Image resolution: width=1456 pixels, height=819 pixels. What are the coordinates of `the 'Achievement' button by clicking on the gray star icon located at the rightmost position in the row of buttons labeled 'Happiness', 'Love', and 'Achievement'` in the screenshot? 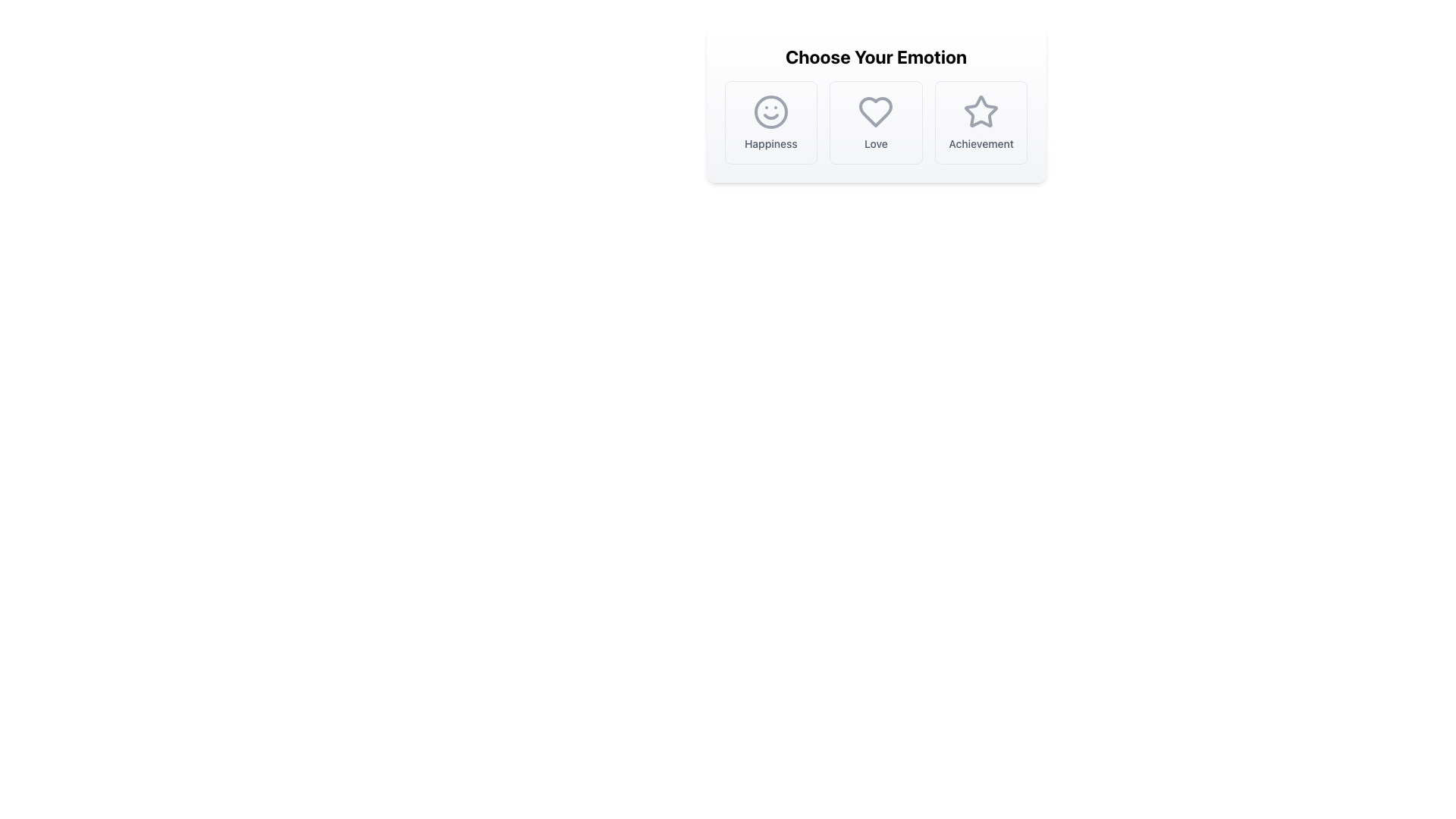 It's located at (981, 110).